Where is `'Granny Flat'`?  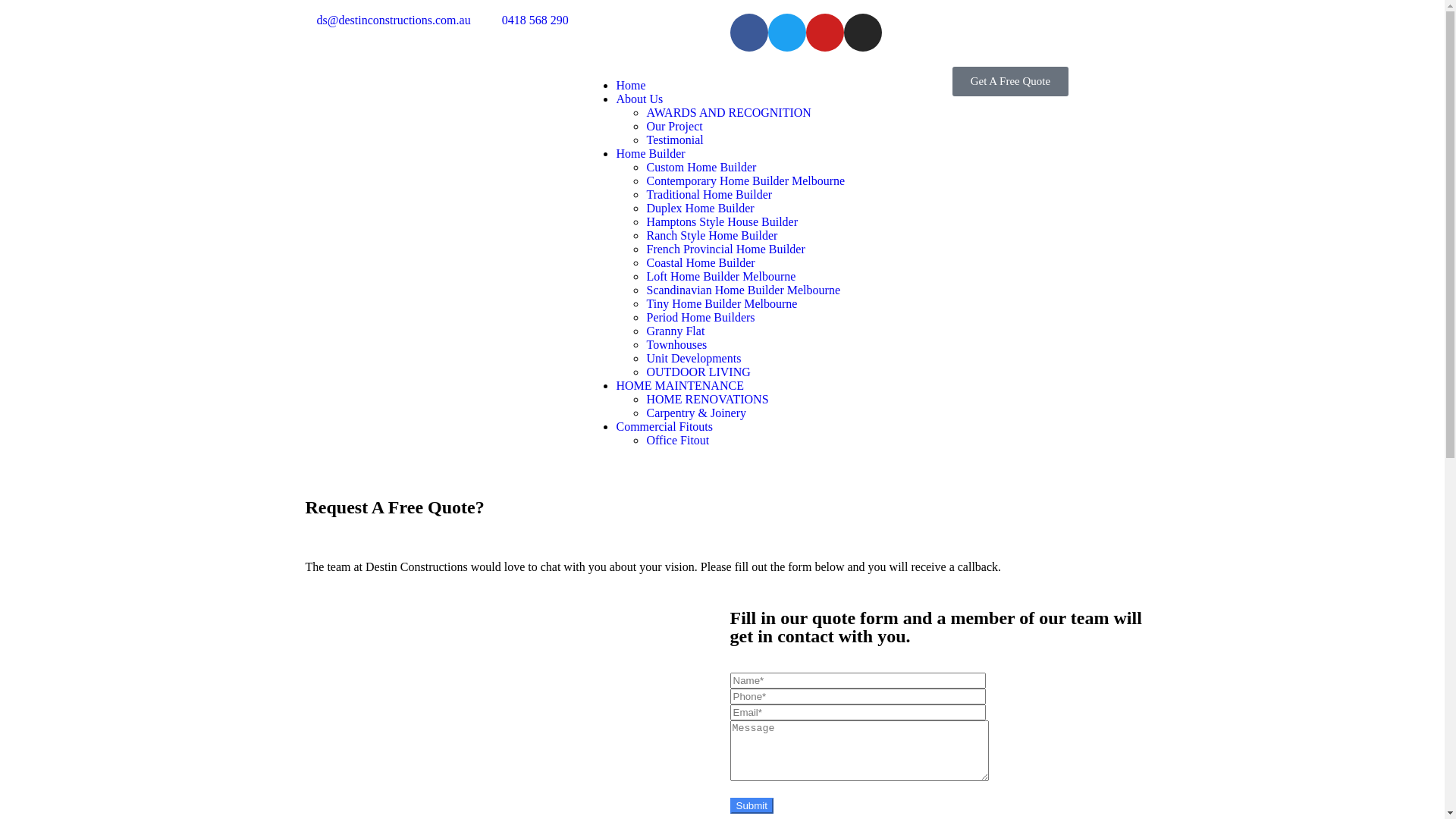
'Granny Flat' is located at coordinates (674, 330).